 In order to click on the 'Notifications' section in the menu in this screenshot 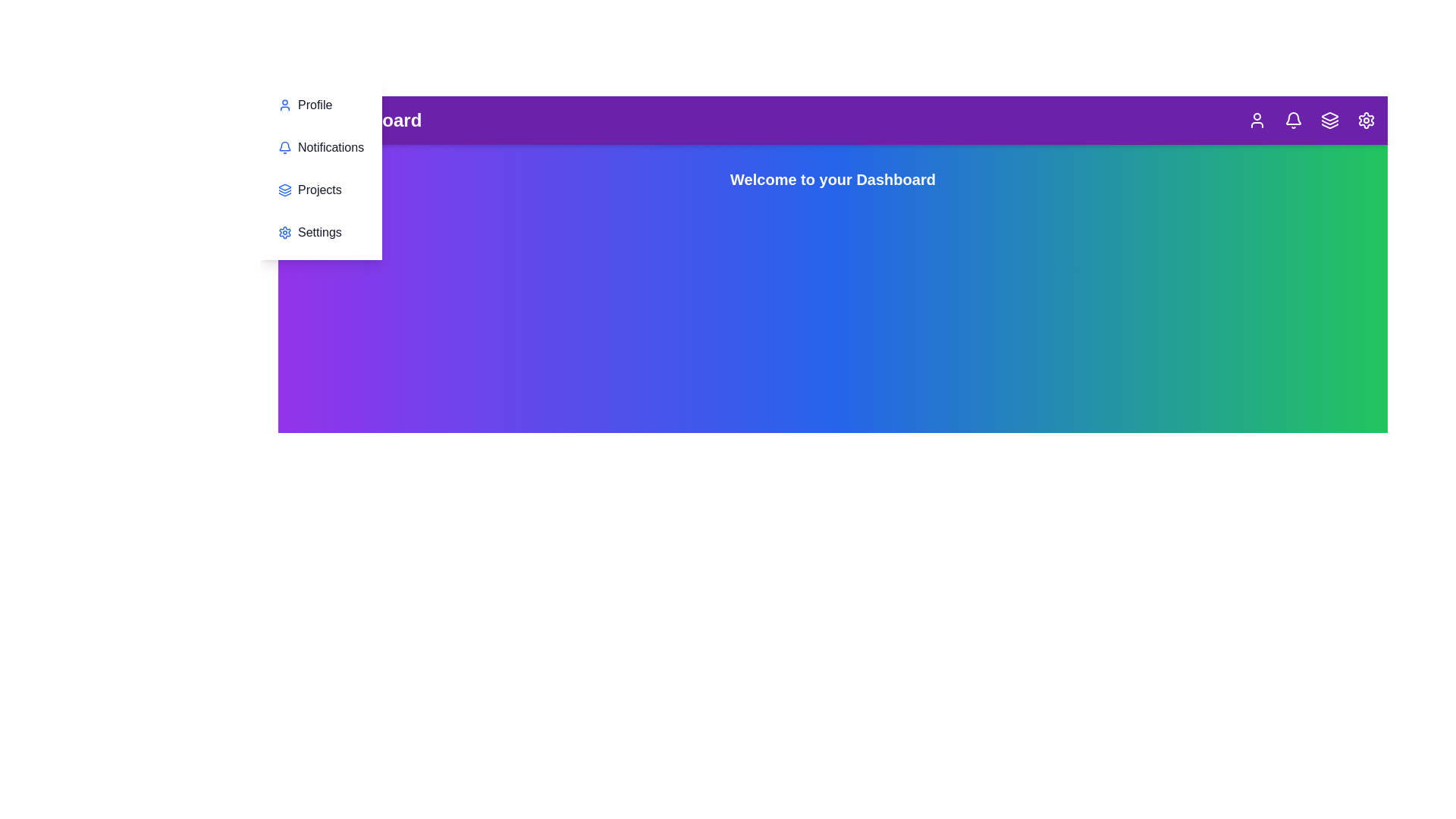, I will do `click(319, 148)`.